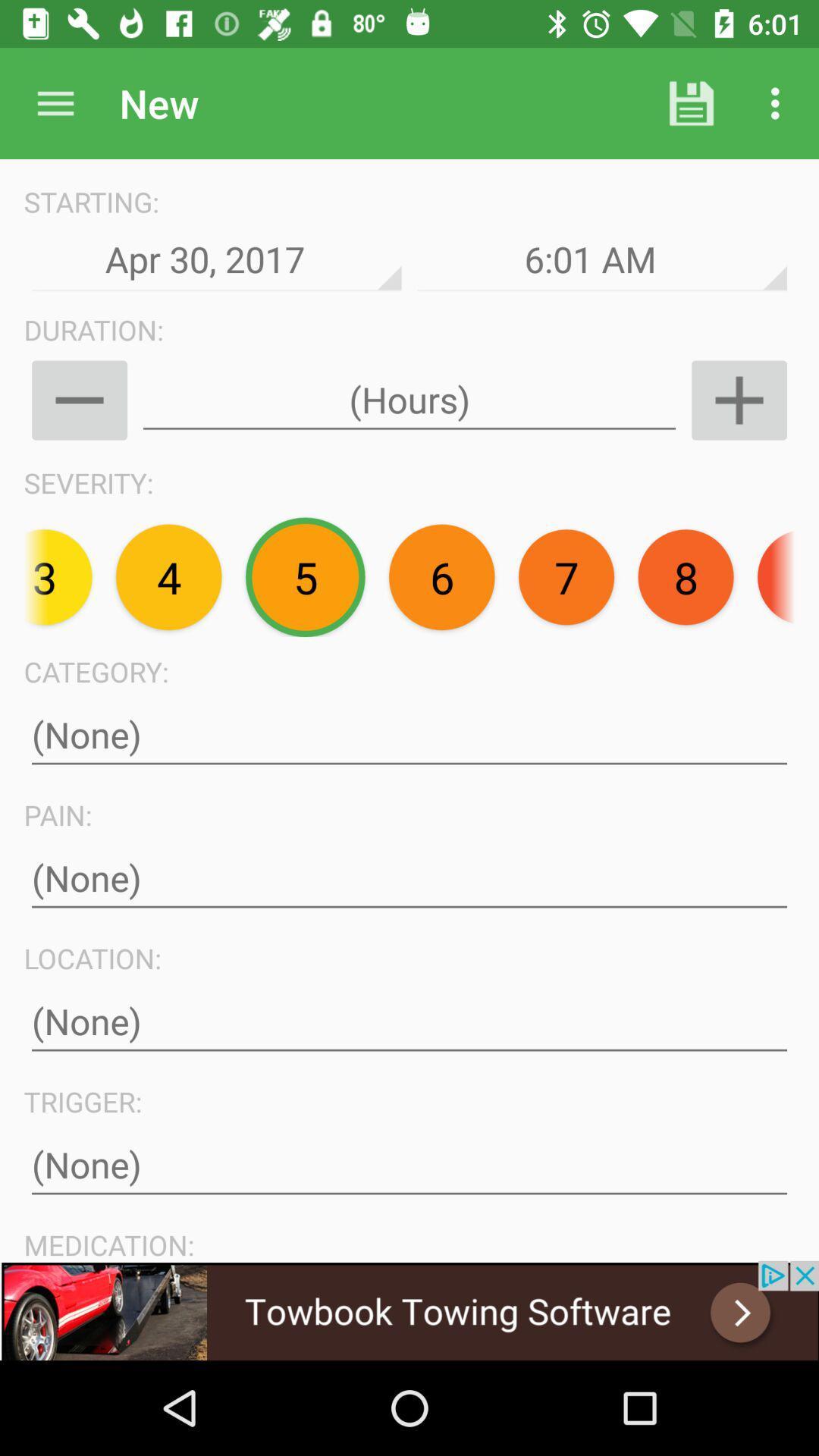 This screenshot has width=819, height=1456. I want to click on minus option, so click(79, 400).